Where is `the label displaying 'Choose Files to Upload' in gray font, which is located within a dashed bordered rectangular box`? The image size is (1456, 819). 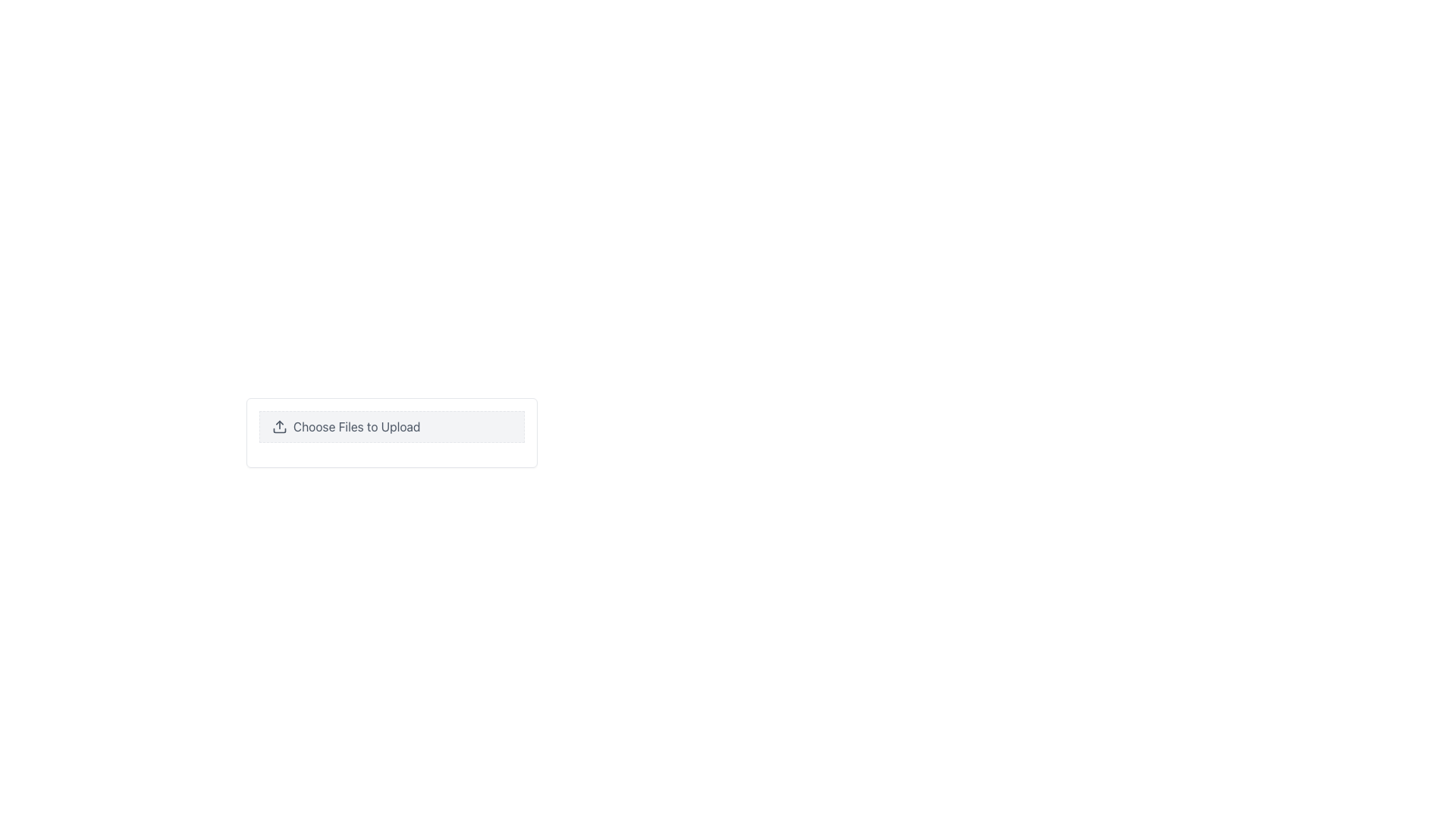 the label displaying 'Choose Files to Upload' in gray font, which is located within a dashed bordered rectangular box is located at coordinates (356, 427).